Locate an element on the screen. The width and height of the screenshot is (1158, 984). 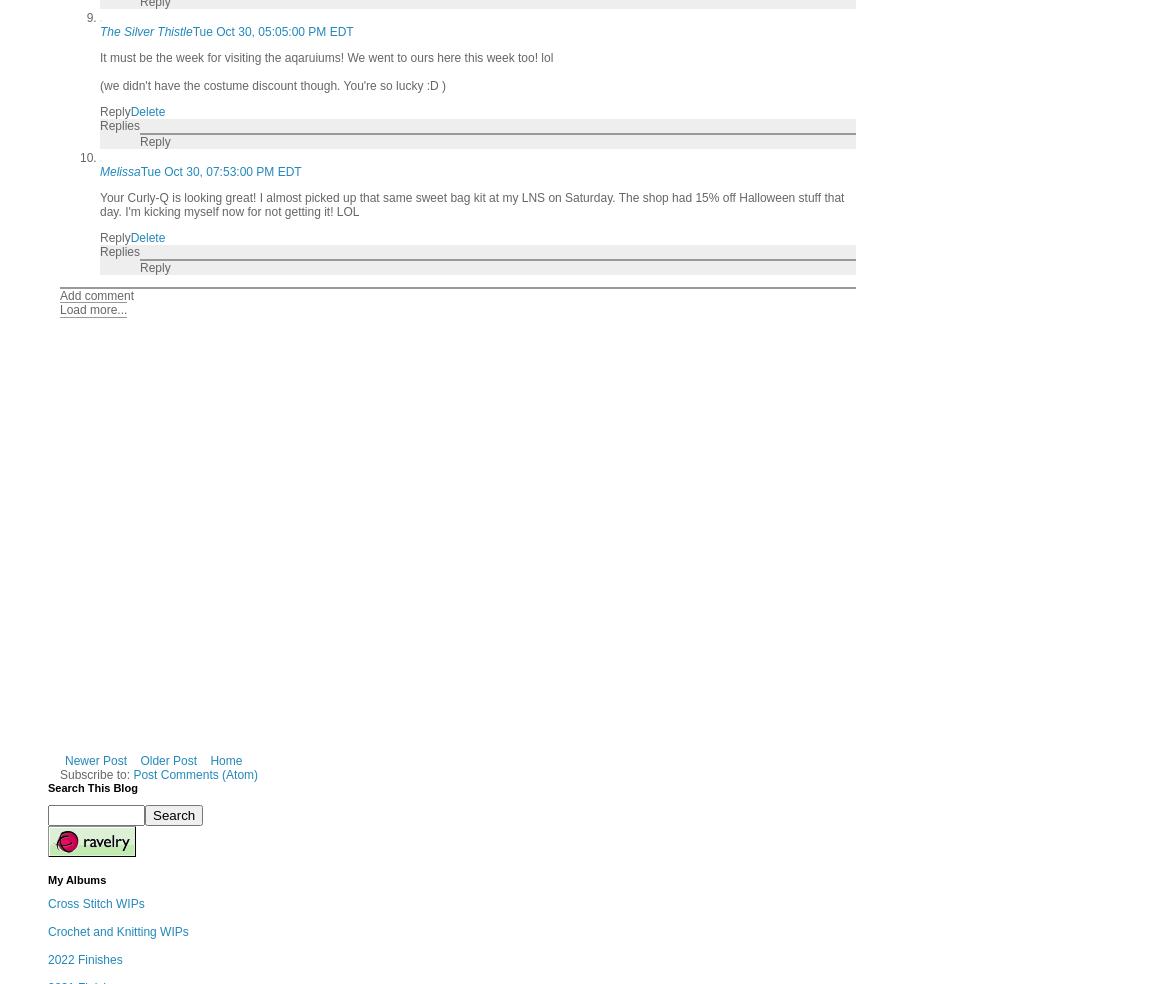
'Tue Oct 30, 07:53:00 PM EDT' is located at coordinates (220, 172).